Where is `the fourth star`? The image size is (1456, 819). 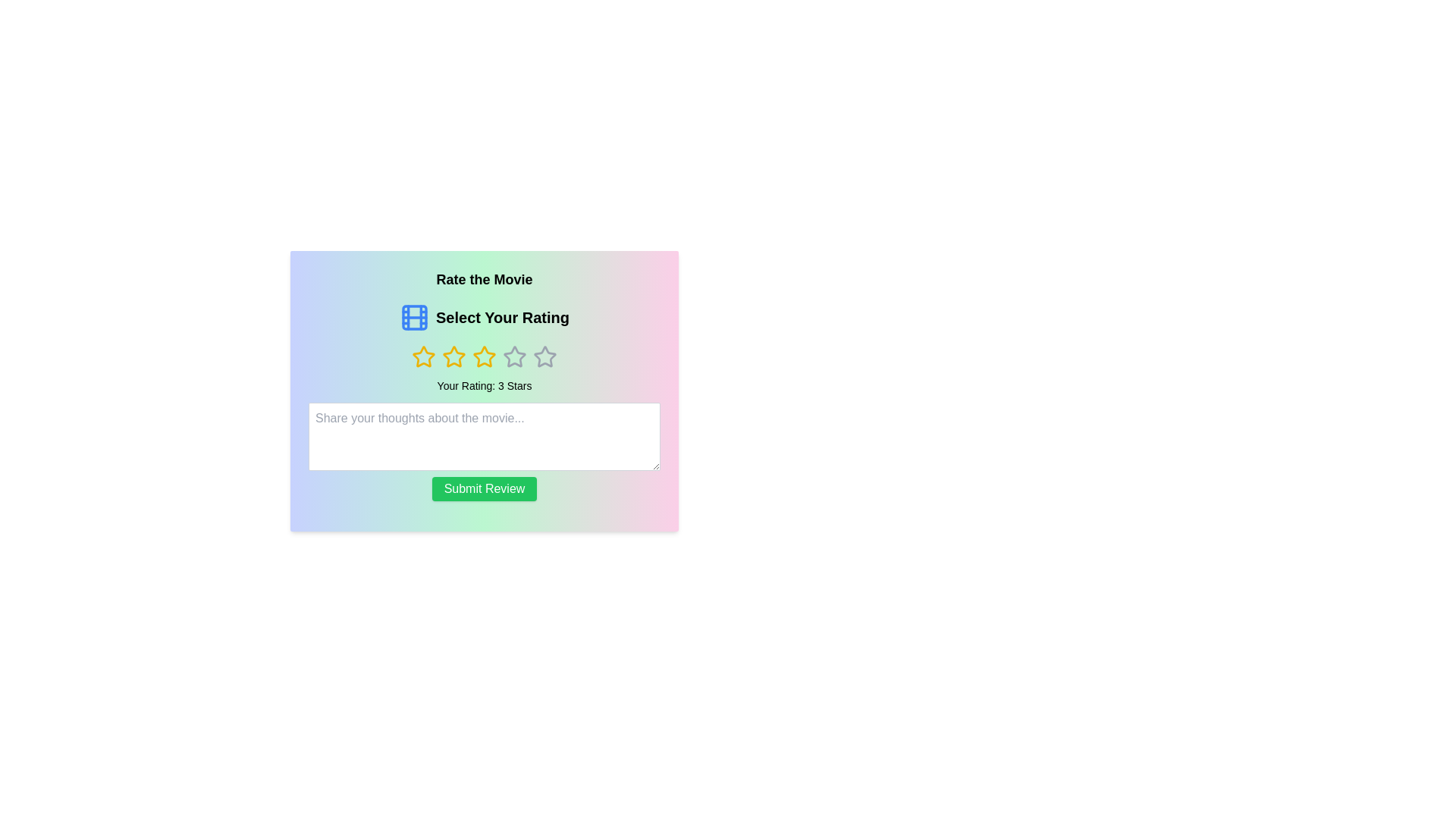
the fourth star is located at coordinates (545, 356).